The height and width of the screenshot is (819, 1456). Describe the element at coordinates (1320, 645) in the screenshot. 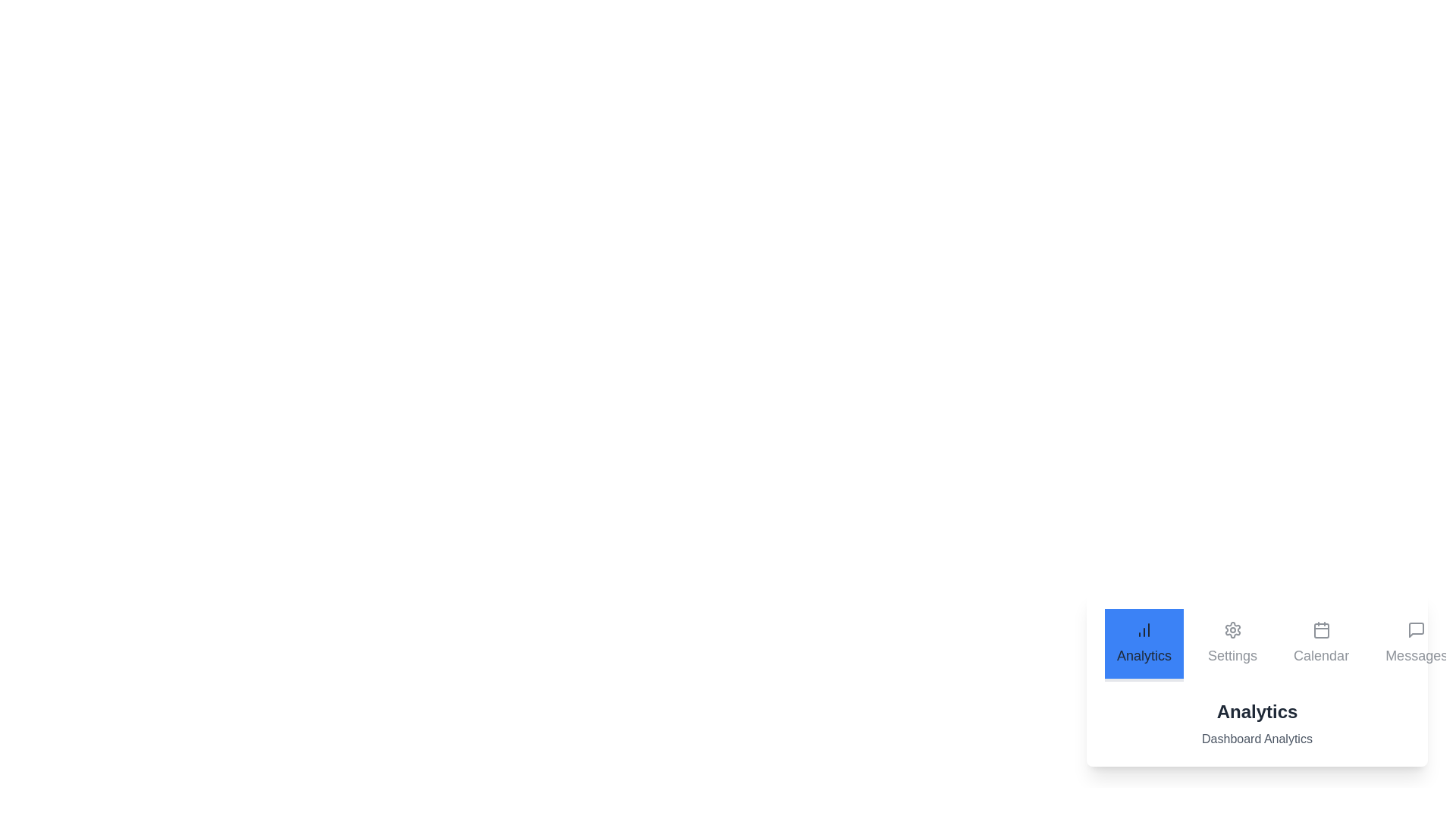

I see `the Calendar tab to observe its content` at that location.